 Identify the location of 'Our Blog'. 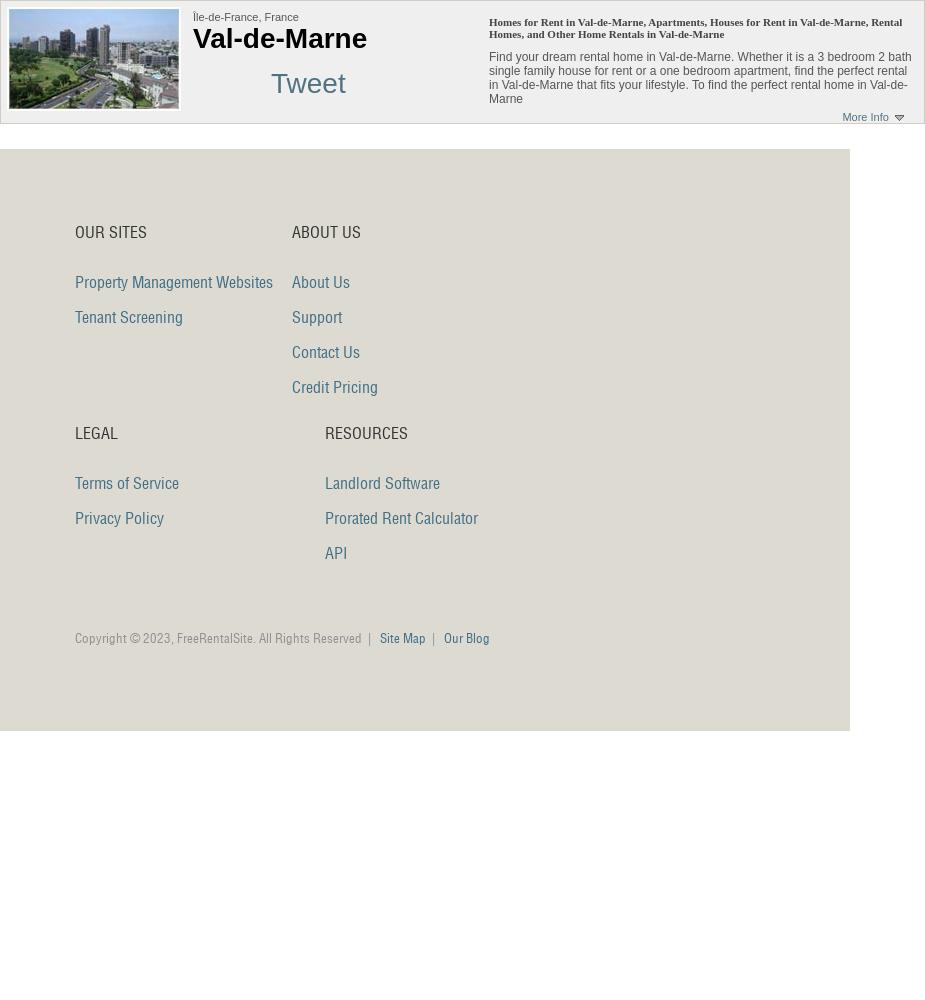
(467, 638).